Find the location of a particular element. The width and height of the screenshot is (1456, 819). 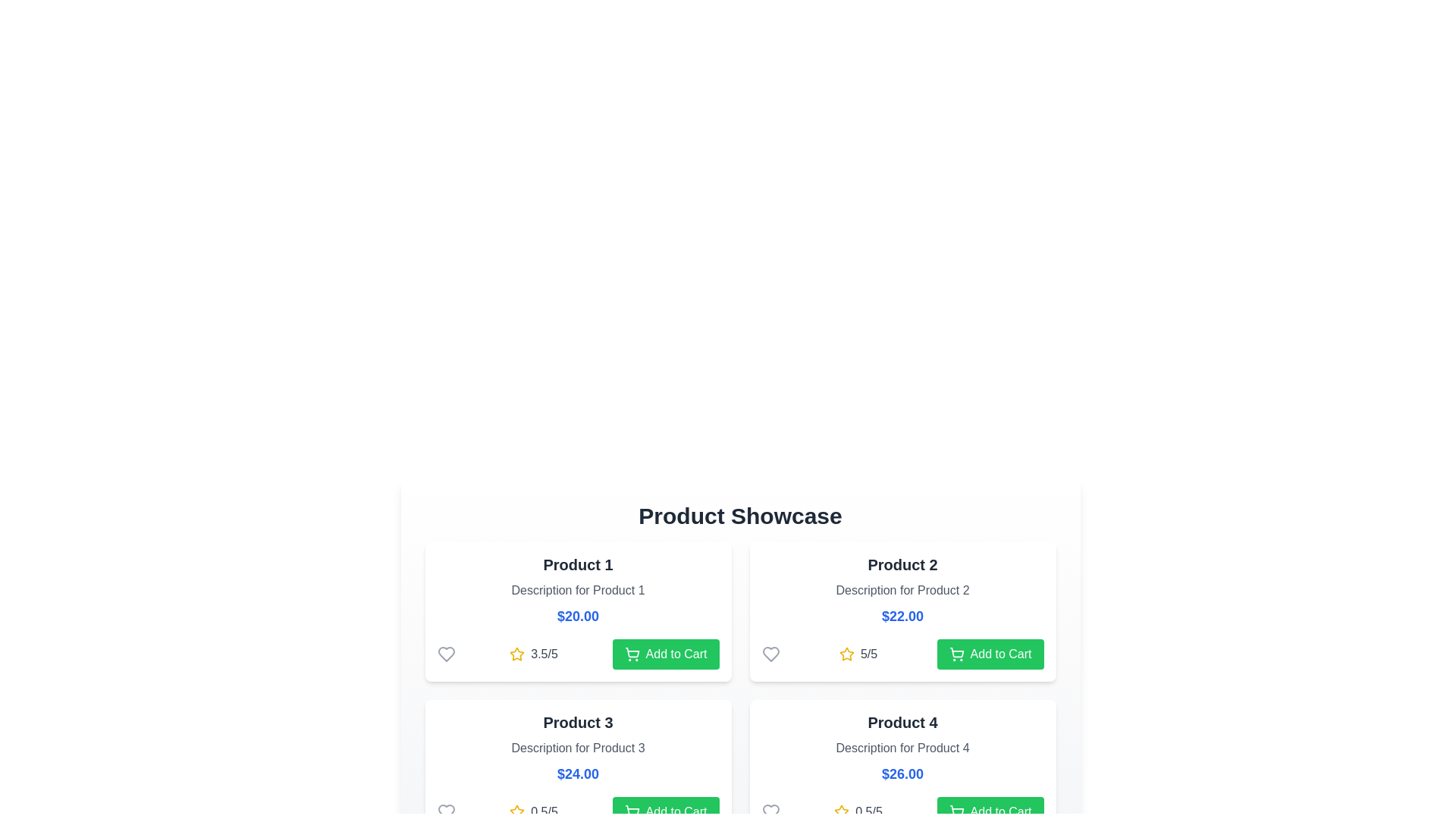

the Product card located in the second column of the top row is located at coordinates (902, 610).